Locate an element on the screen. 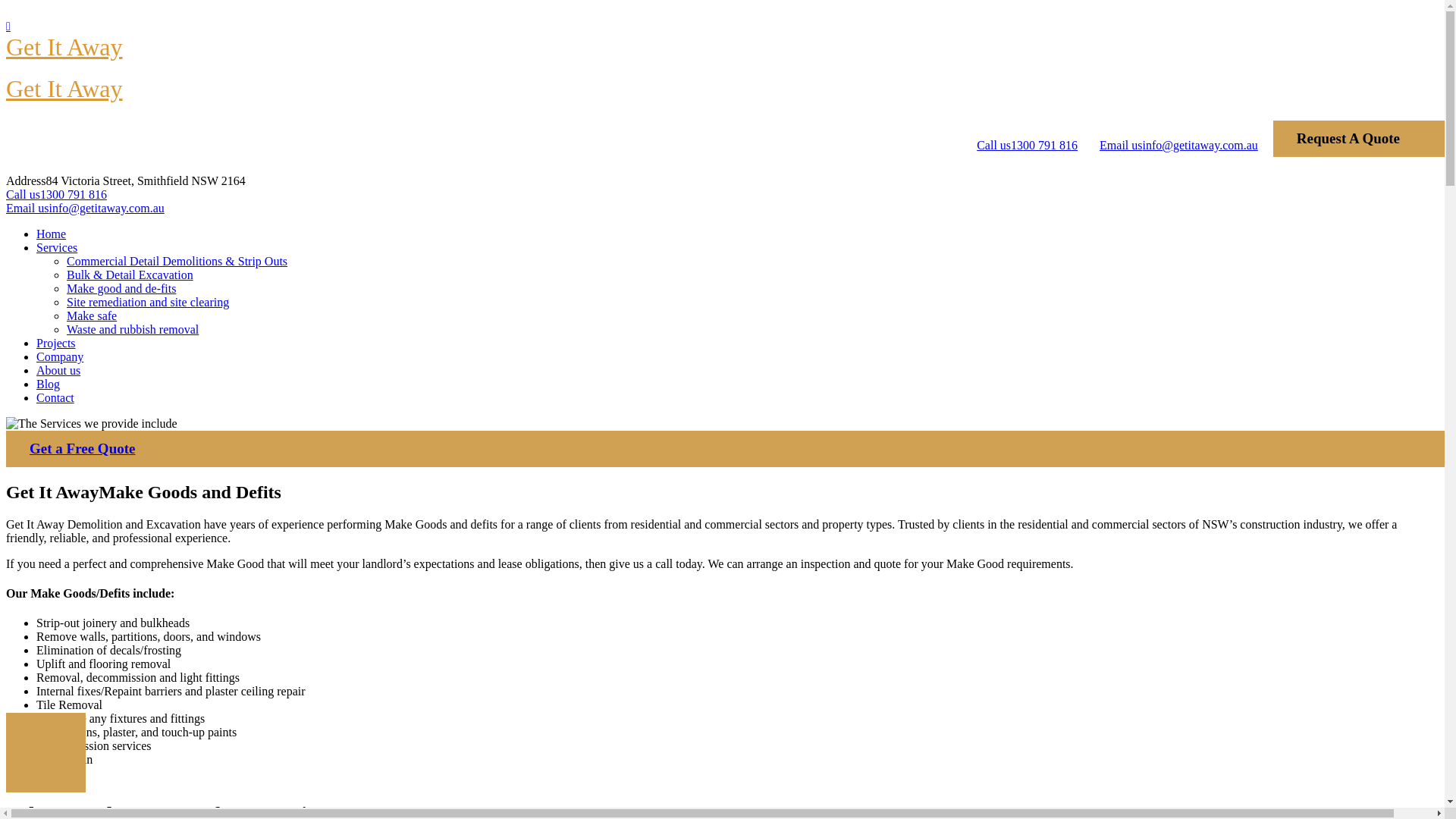 The width and height of the screenshot is (1456, 819). 'Call us1300 791 816' is located at coordinates (1027, 138).